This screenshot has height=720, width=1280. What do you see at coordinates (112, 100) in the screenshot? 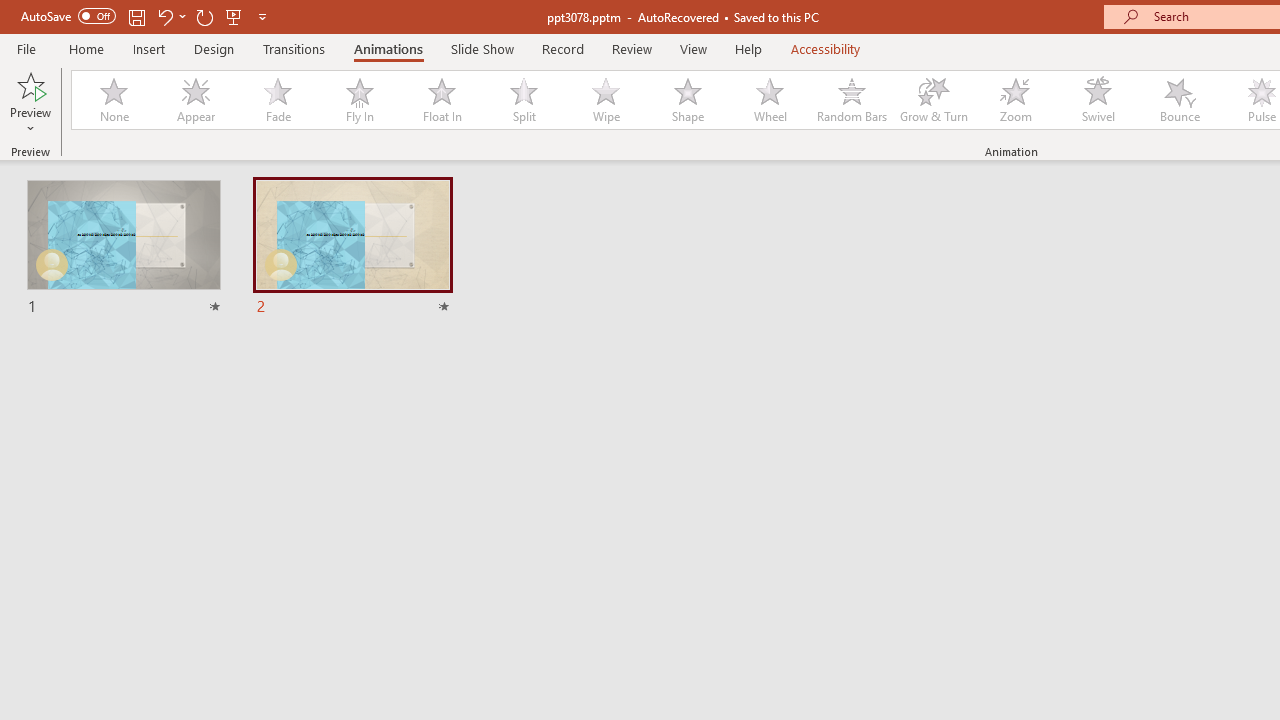
I see `'None'` at bounding box center [112, 100].